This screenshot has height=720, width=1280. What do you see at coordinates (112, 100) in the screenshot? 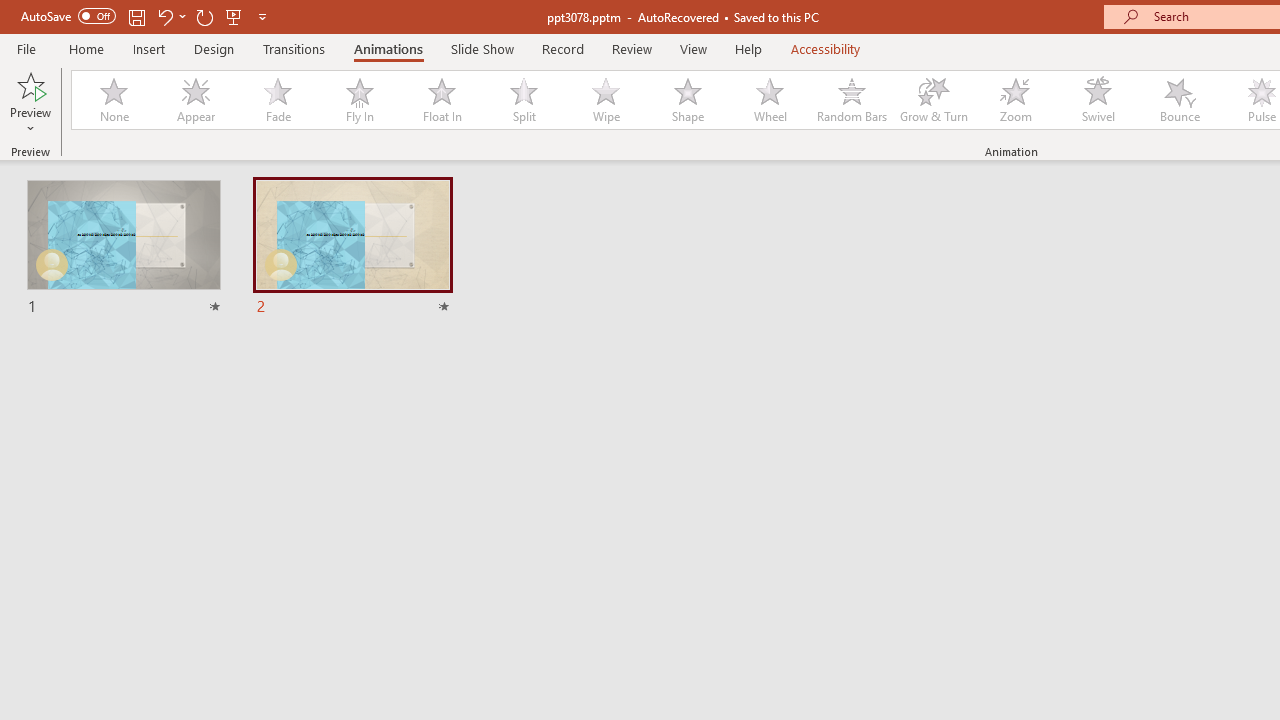
I see `'None'` at bounding box center [112, 100].